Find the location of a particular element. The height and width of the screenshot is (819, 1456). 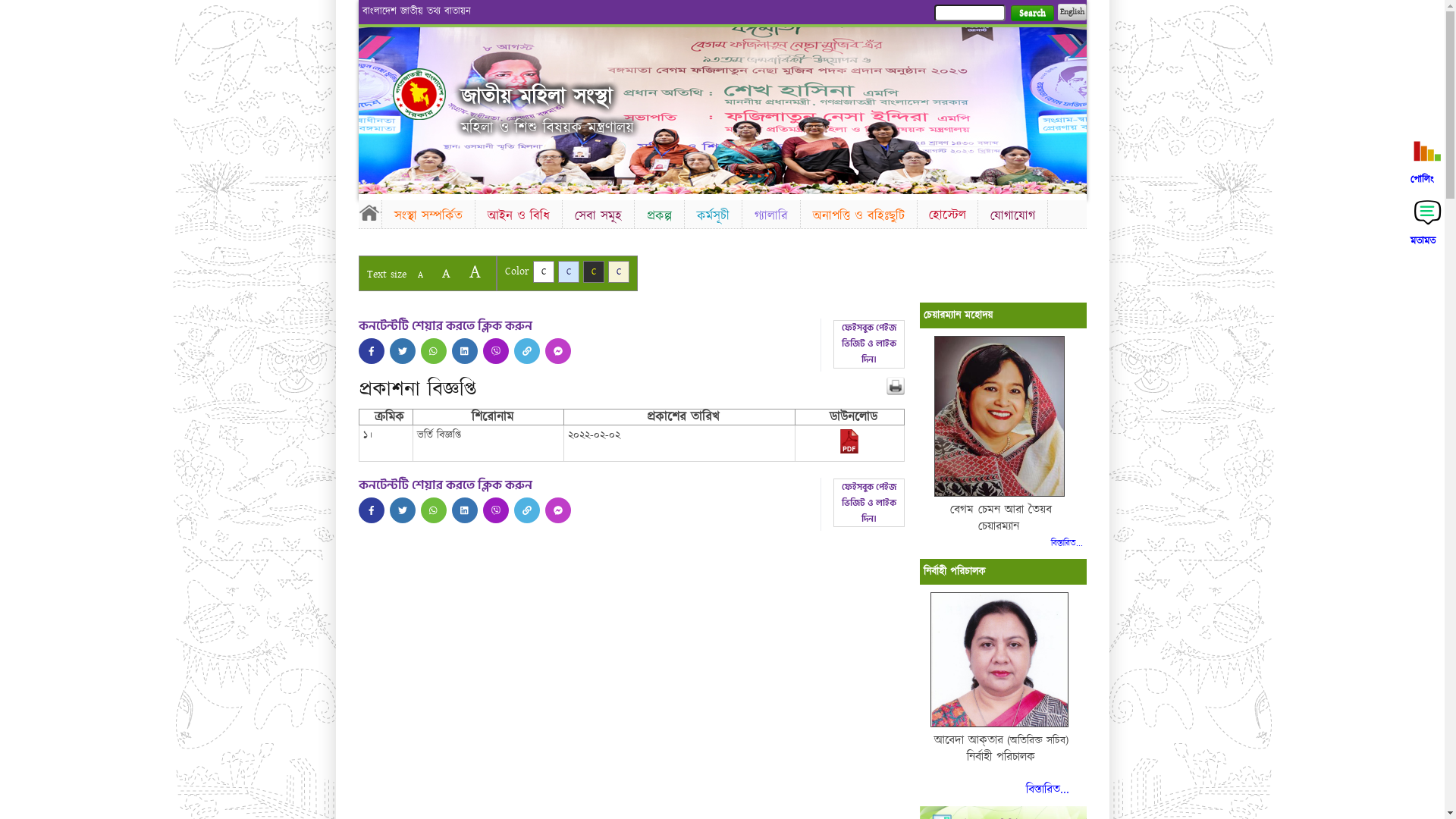

'English' is located at coordinates (1070, 11).